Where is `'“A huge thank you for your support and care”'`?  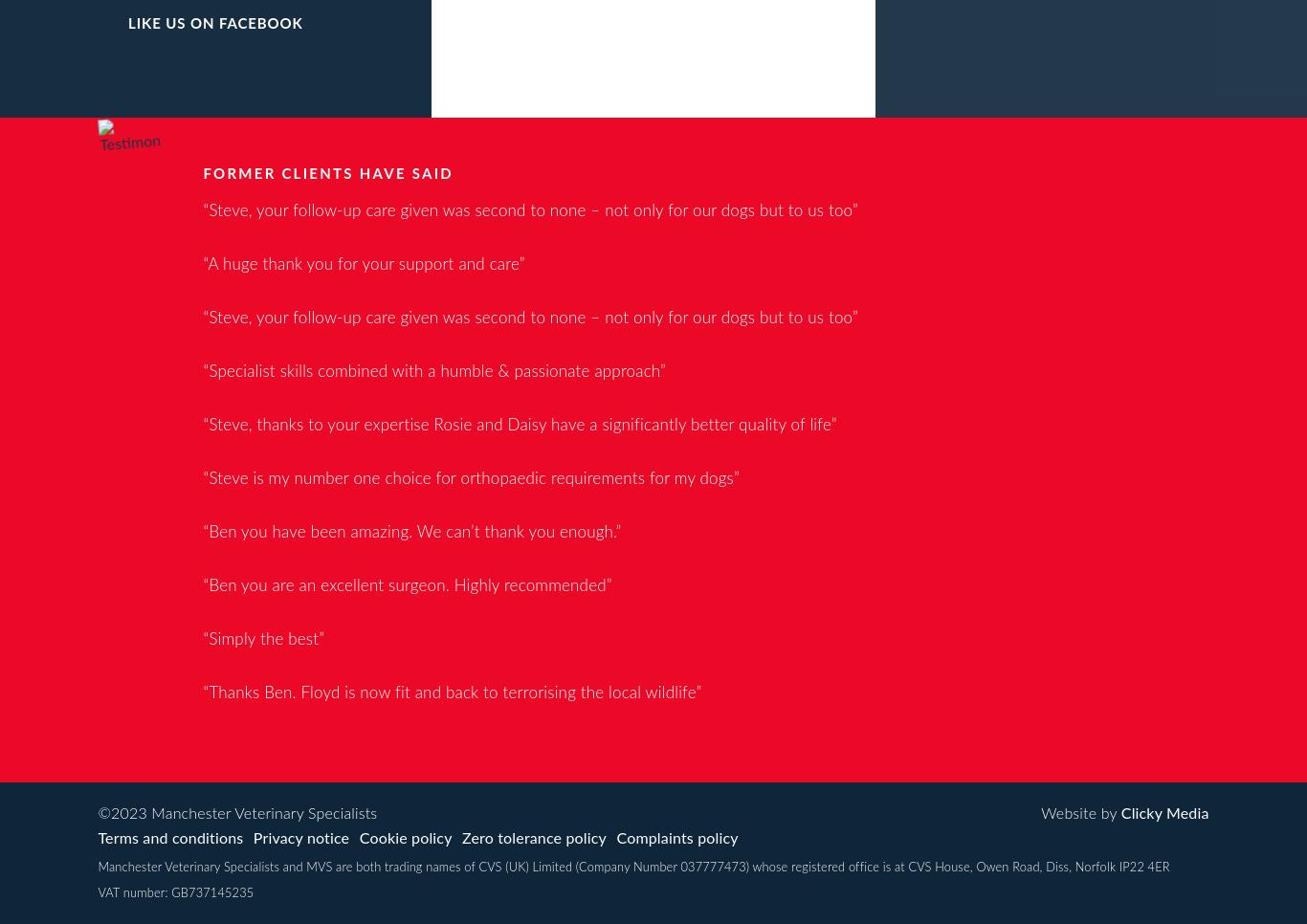
'“A huge thank you for your support and care”' is located at coordinates (363, 263).